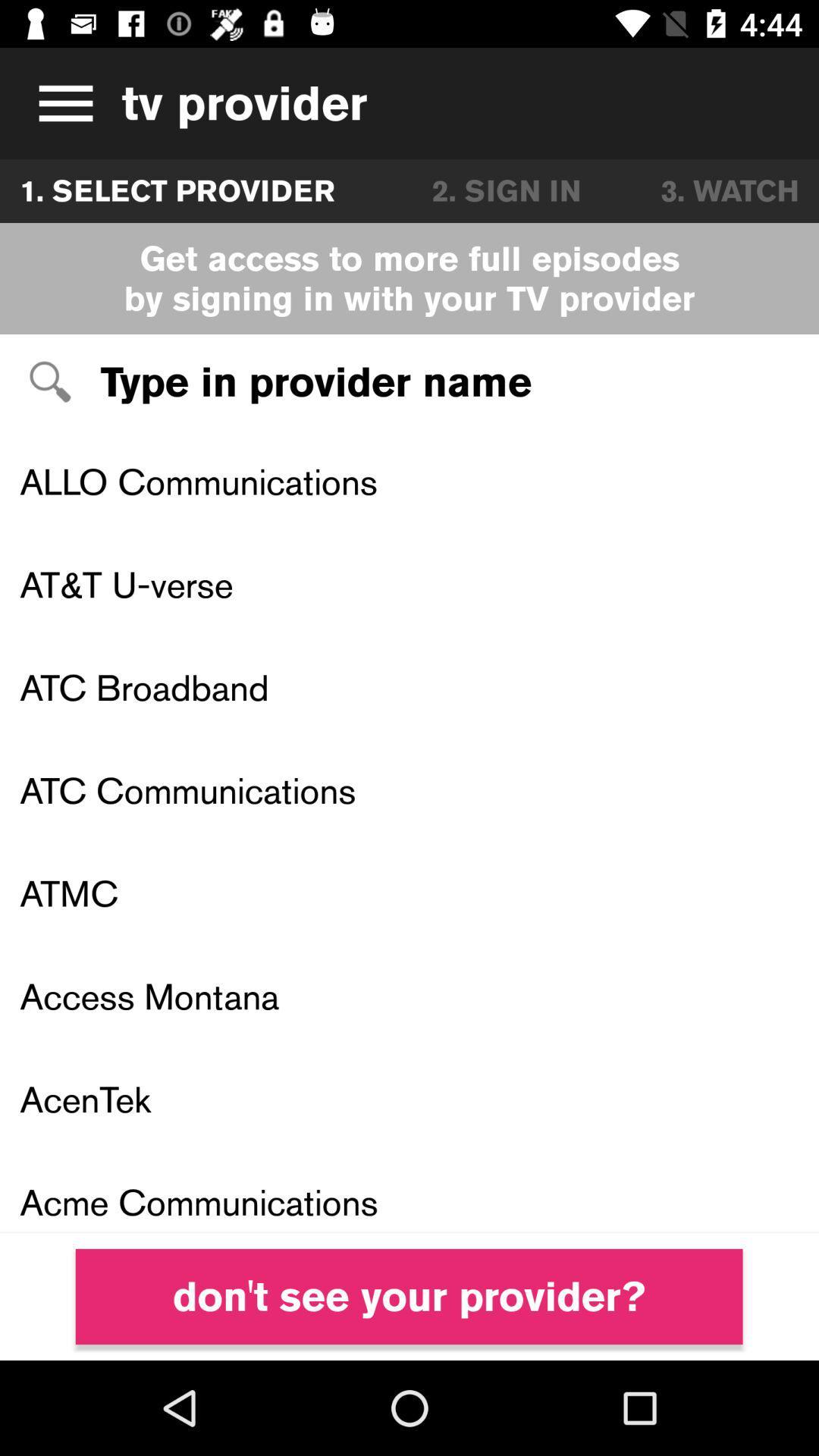 This screenshot has height=1456, width=819. I want to click on provider name text field, so click(409, 382).